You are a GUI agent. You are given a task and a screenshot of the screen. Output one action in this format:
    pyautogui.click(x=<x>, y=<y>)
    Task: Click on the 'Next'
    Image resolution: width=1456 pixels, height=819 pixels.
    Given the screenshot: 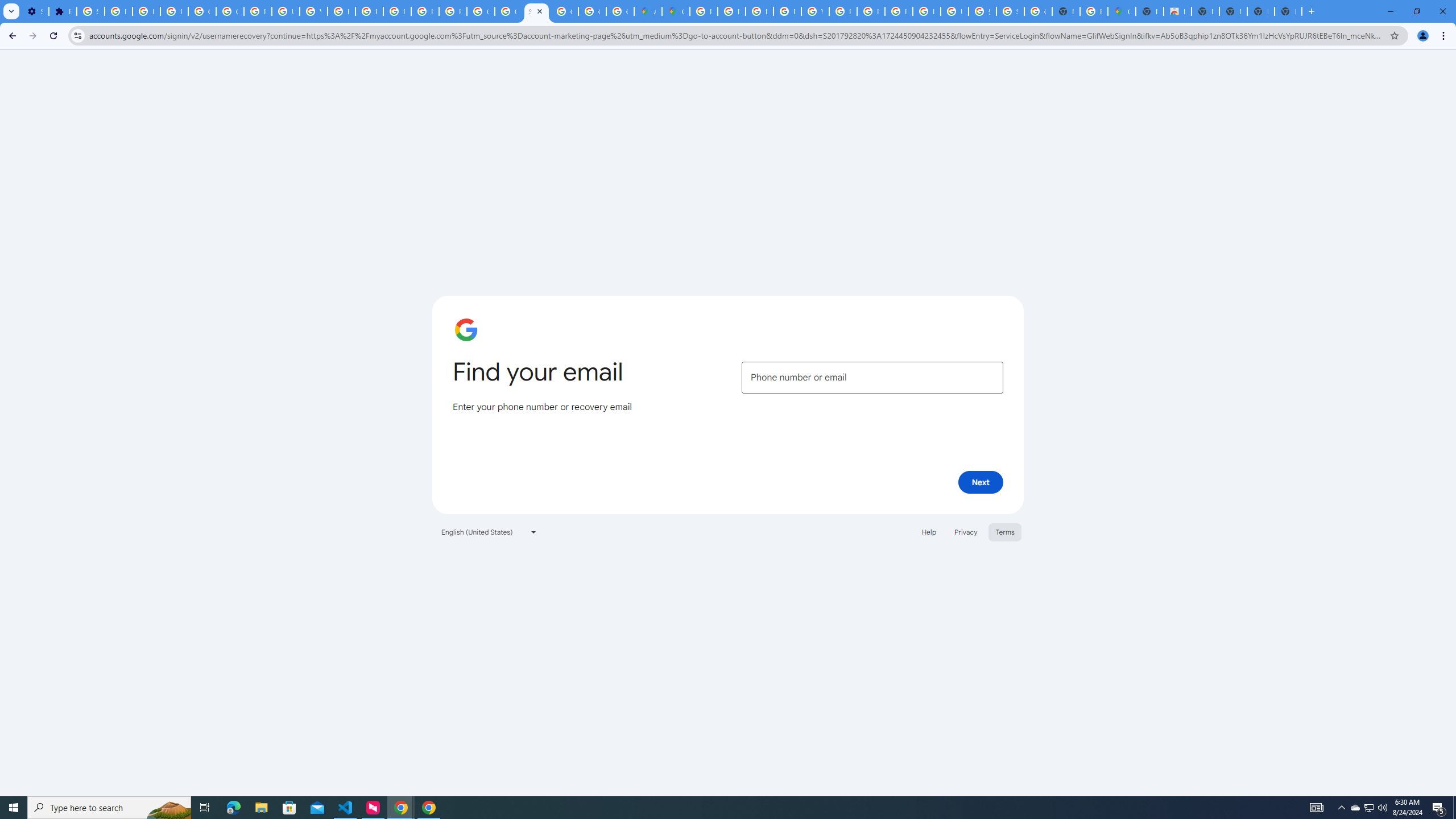 What is the action you would take?
    pyautogui.click(x=981, y=481)
    